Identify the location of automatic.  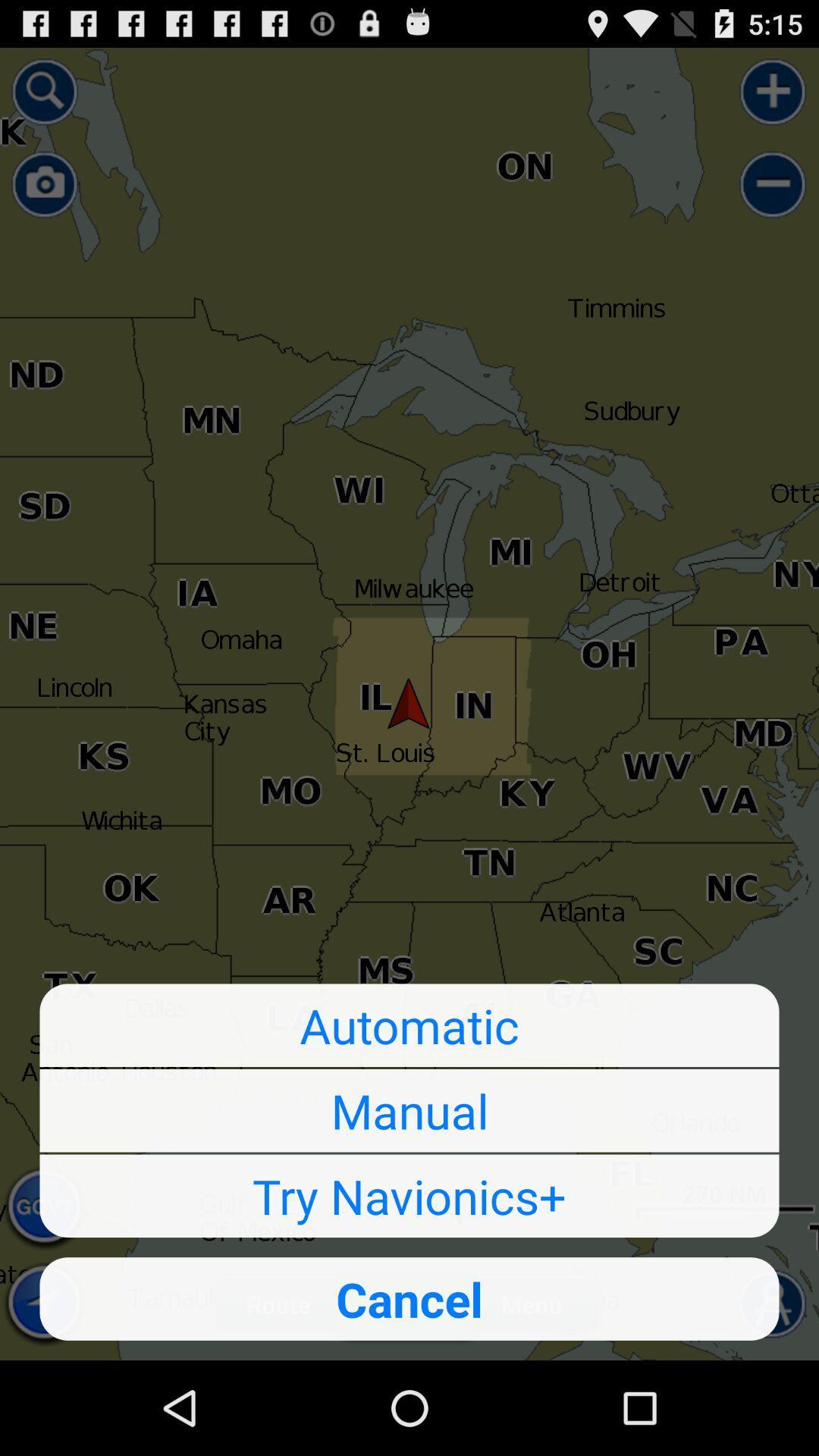
(409, 1025).